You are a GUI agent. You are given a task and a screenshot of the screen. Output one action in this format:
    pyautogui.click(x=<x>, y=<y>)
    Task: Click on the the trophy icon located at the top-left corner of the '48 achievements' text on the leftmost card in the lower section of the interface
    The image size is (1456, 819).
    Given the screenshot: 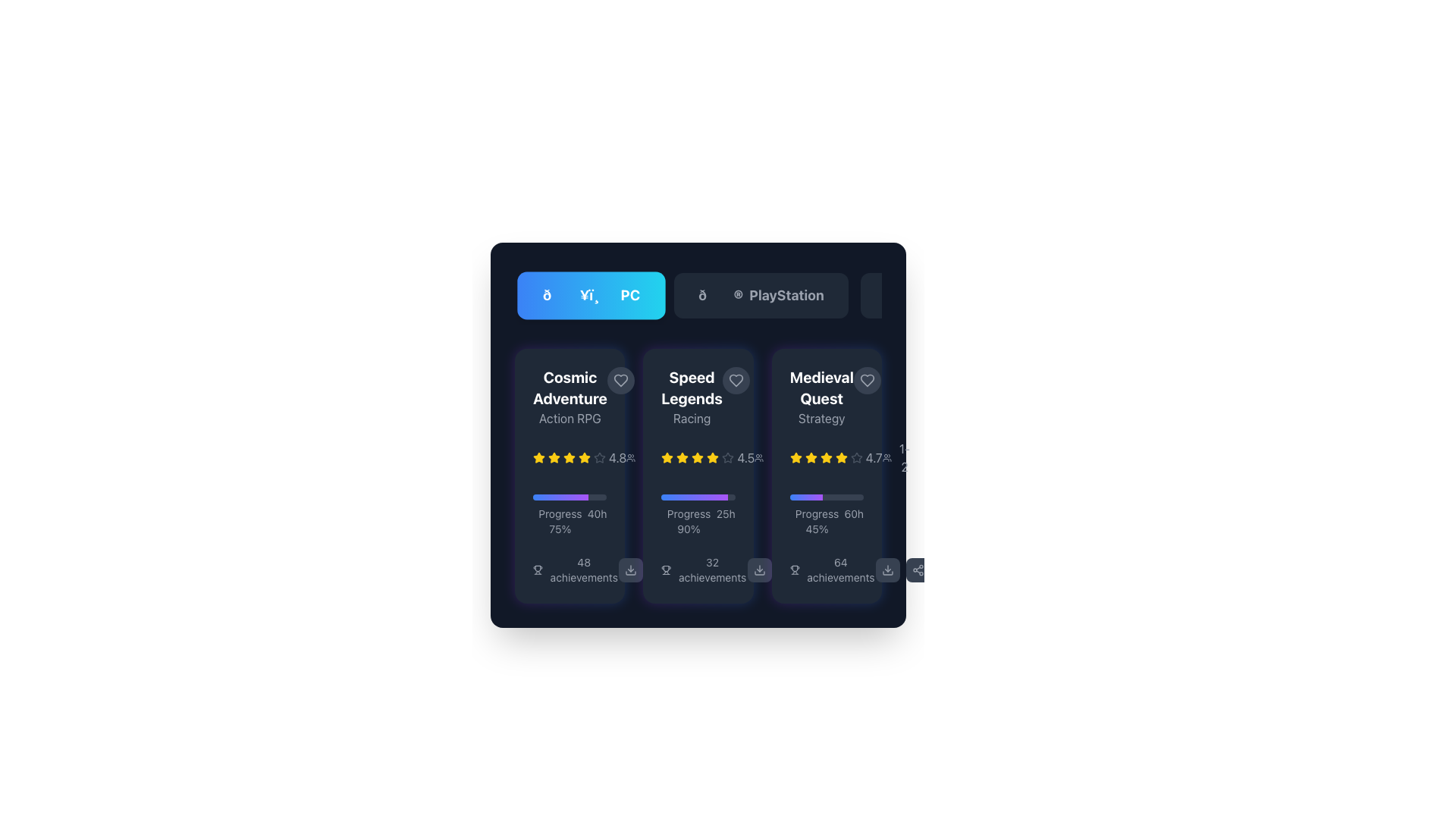 What is the action you would take?
    pyautogui.click(x=538, y=570)
    